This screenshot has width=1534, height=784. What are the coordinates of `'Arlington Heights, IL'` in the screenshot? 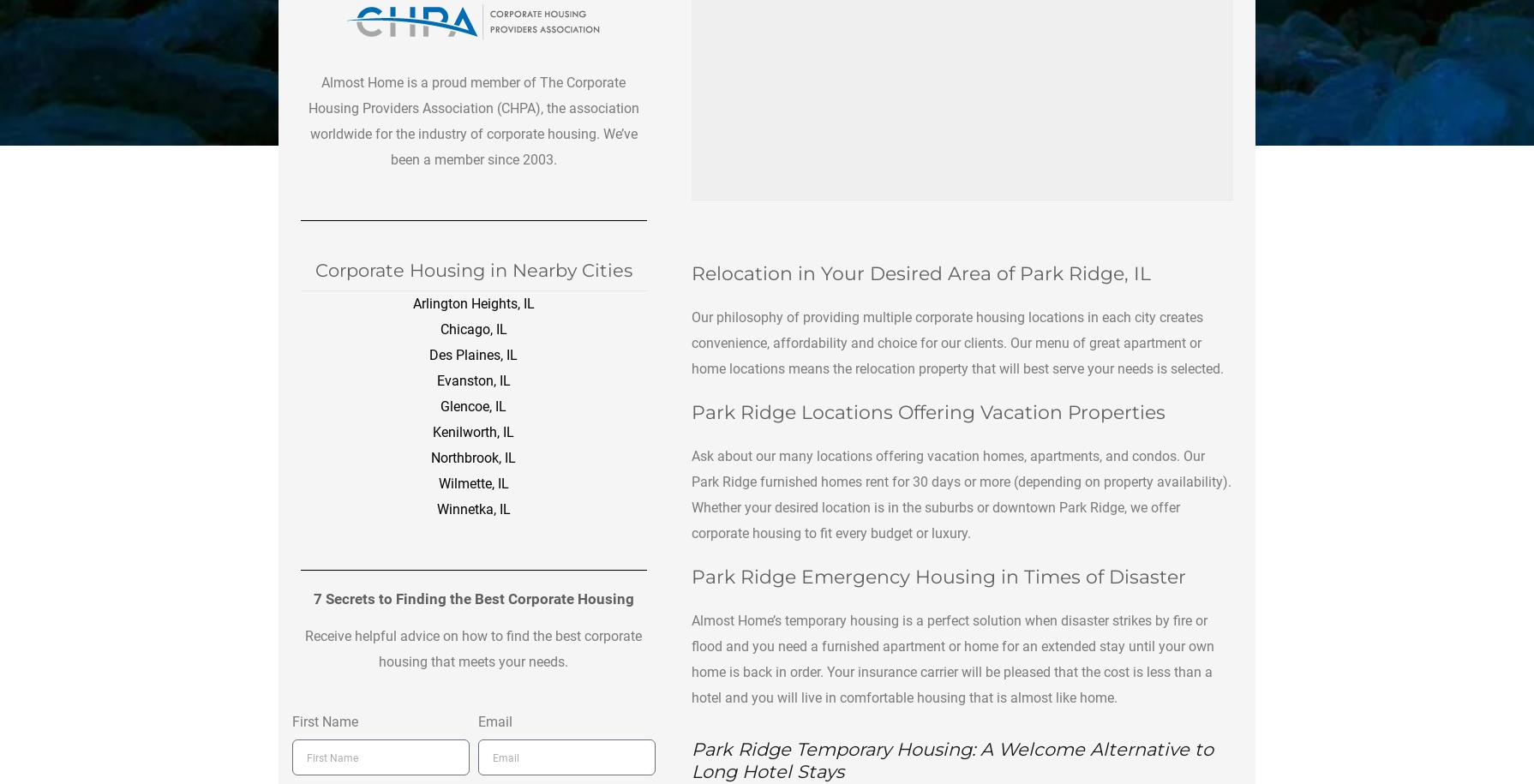 It's located at (472, 302).